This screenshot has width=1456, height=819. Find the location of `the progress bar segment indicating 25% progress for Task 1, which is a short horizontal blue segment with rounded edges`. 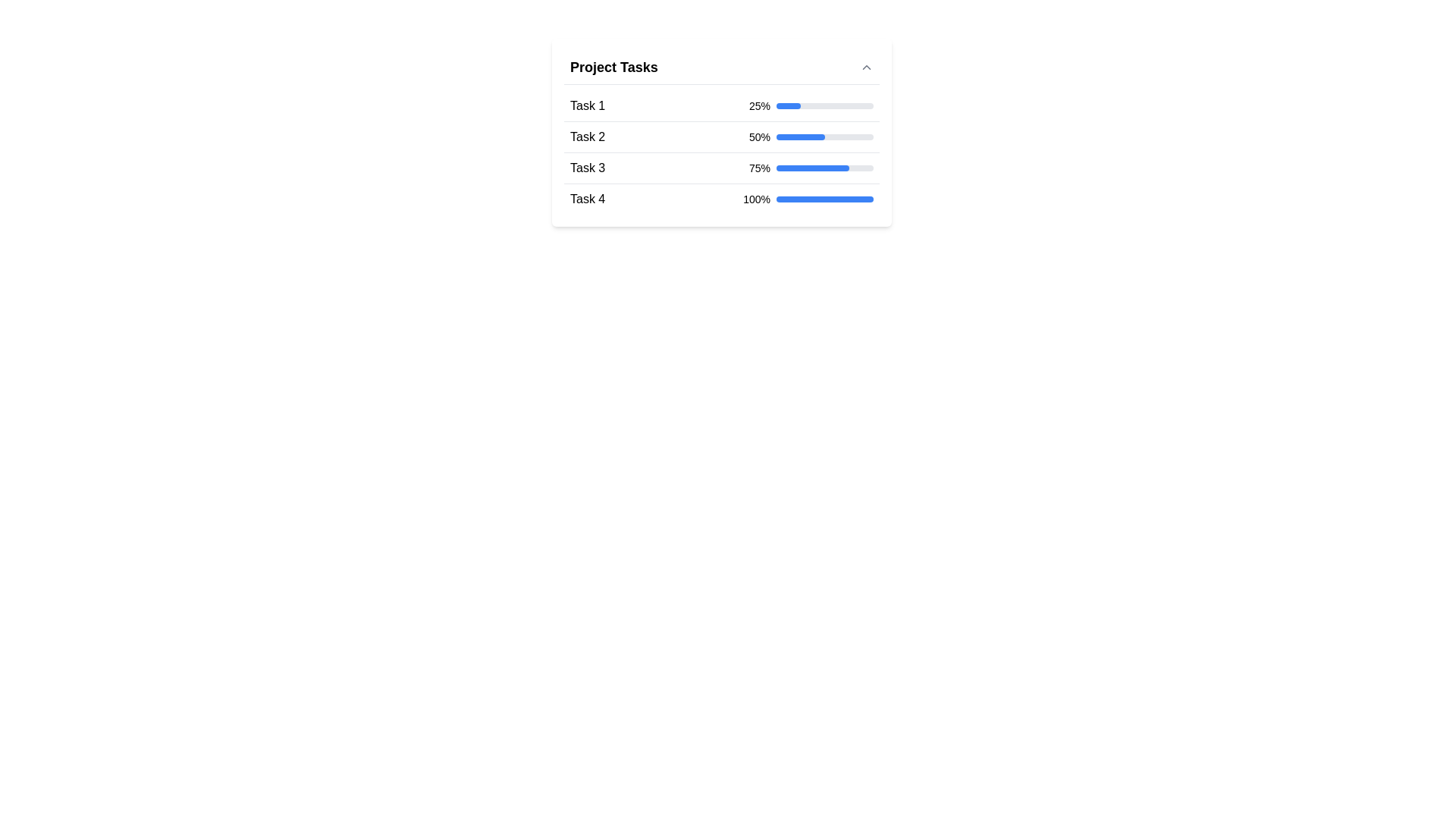

the progress bar segment indicating 25% progress for Task 1, which is a short horizontal blue segment with rounded edges is located at coordinates (789, 105).